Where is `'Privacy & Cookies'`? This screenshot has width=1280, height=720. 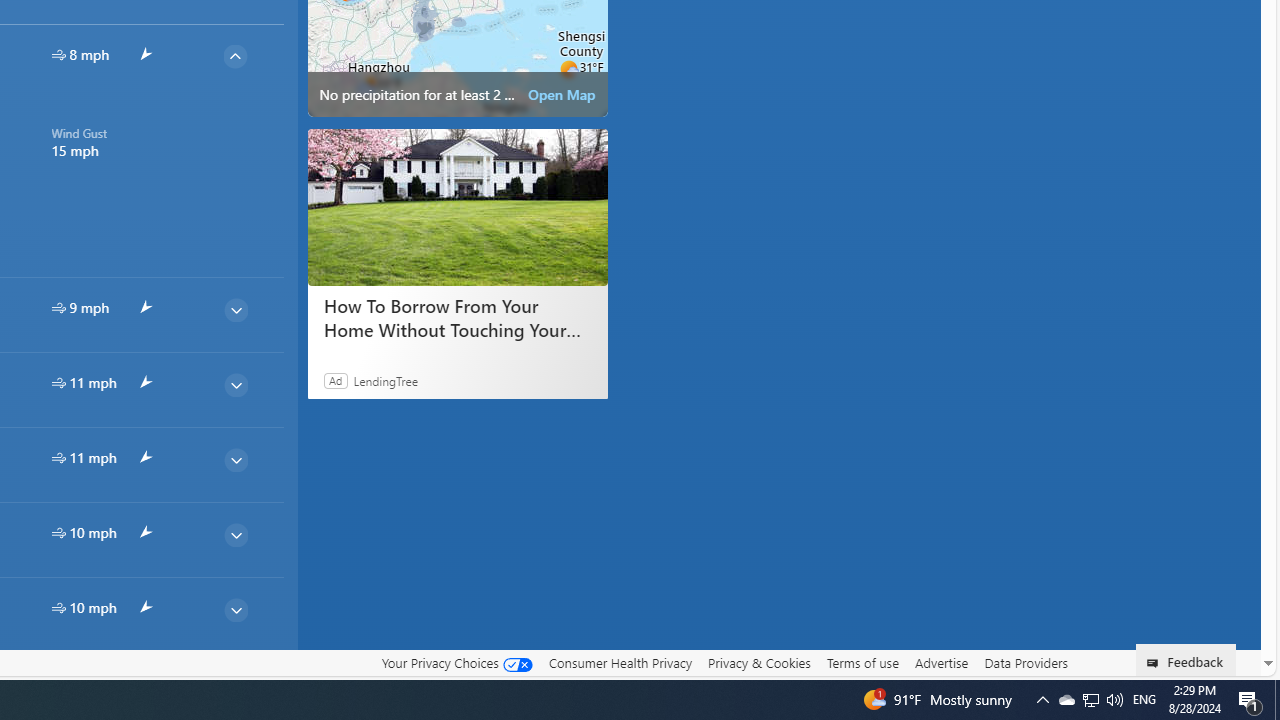 'Privacy & Cookies' is located at coordinates (758, 663).